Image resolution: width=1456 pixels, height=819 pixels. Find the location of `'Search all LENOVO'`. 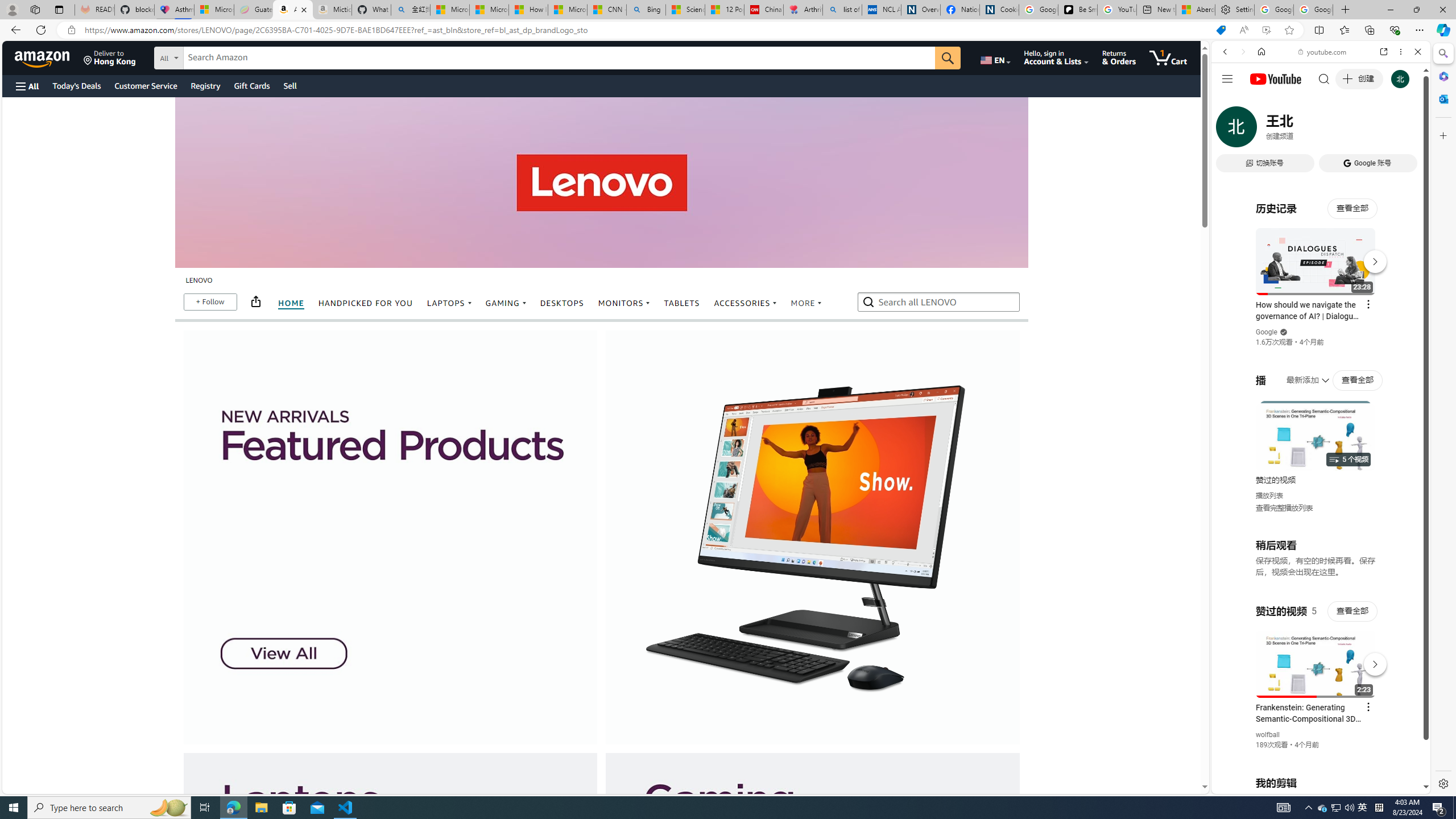

'Search all LENOVO' is located at coordinates (939, 301).